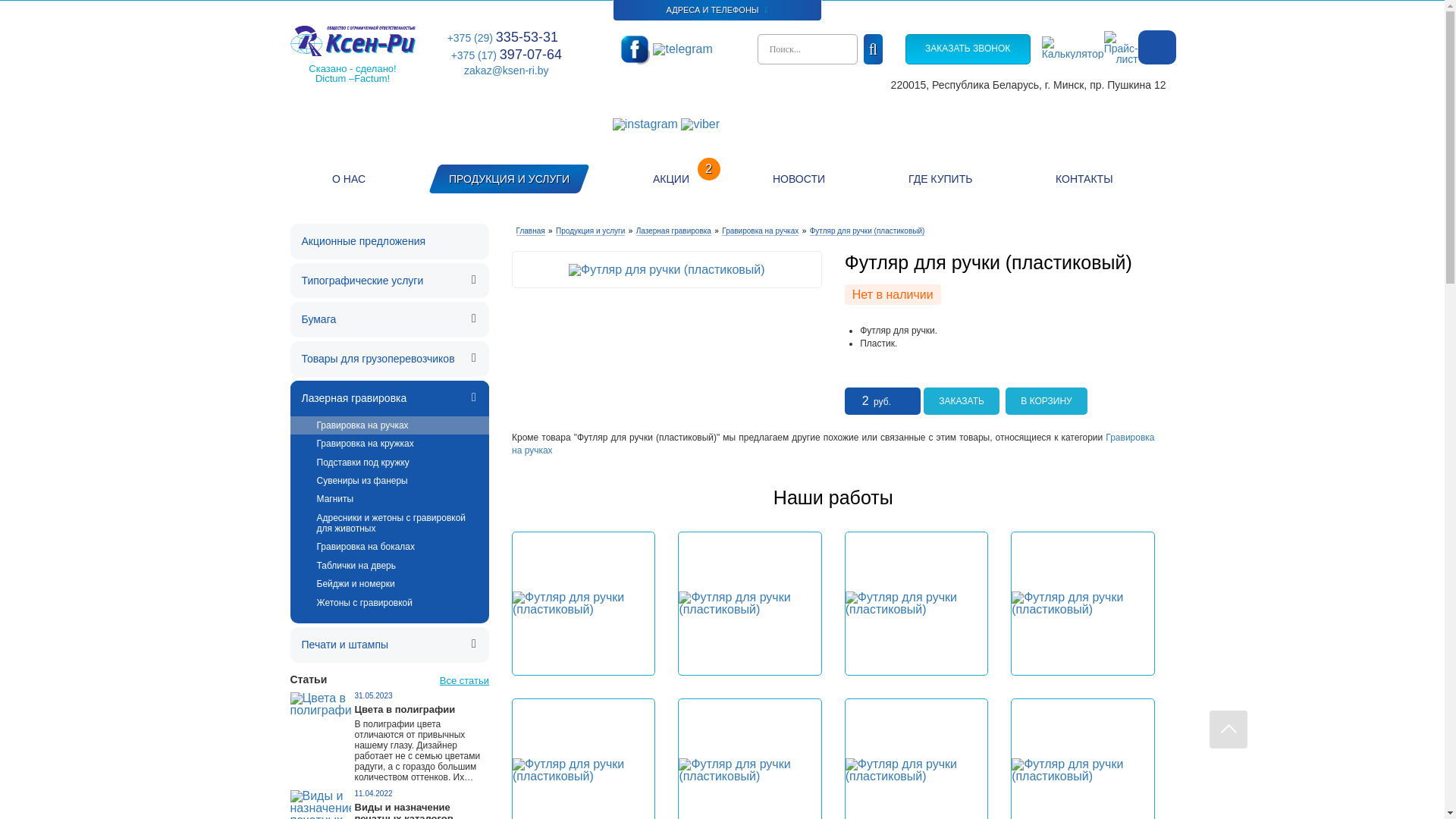 The height and width of the screenshot is (819, 1456). What do you see at coordinates (503, 36) in the screenshot?
I see `'+375 (29) 335-53-31'` at bounding box center [503, 36].